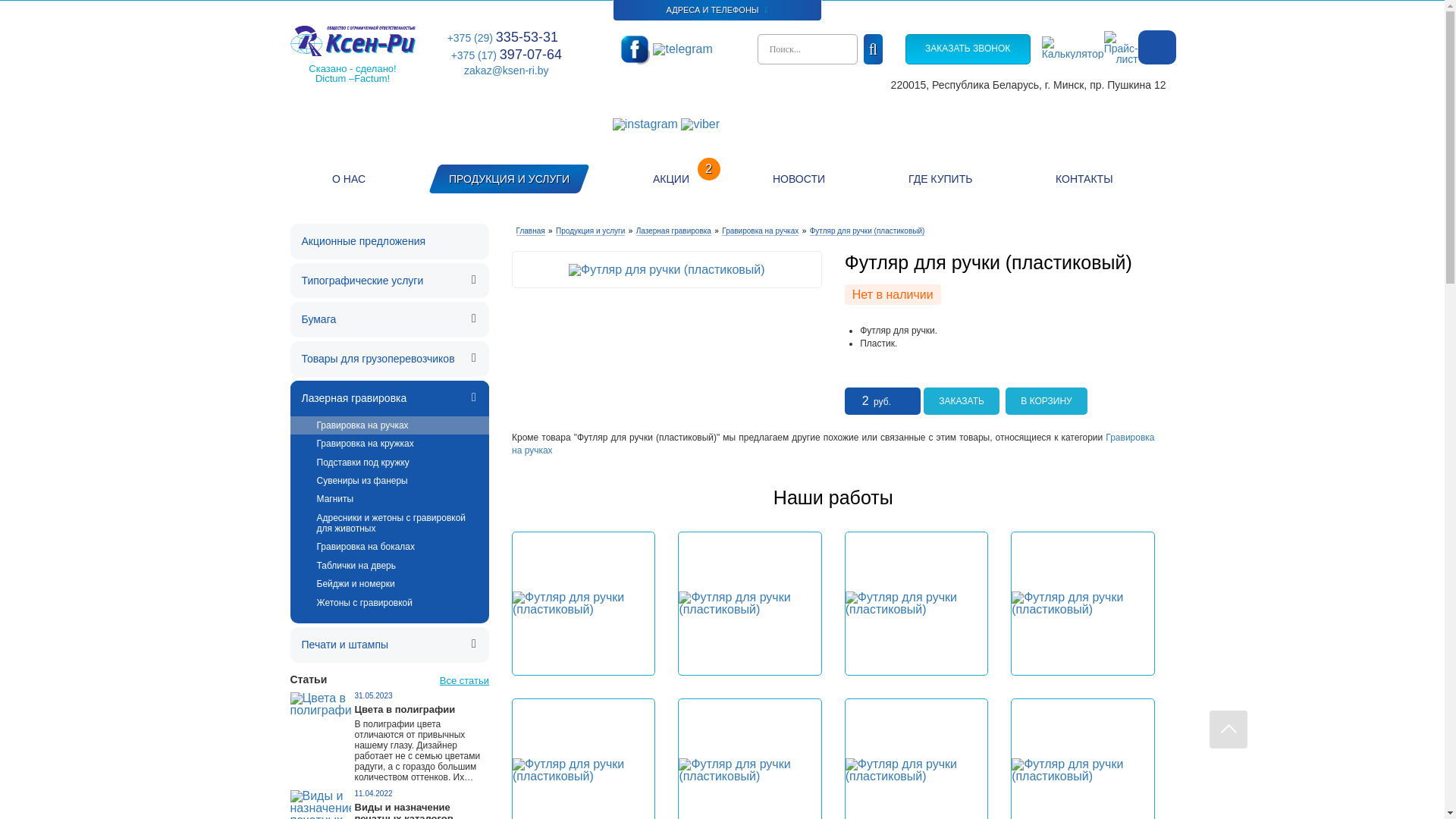 The height and width of the screenshot is (819, 1456). What do you see at coordinates (503, 36) in the screenshot?
I see `'+375 (29) 335-53-31'` at bounding box center [503, 36].